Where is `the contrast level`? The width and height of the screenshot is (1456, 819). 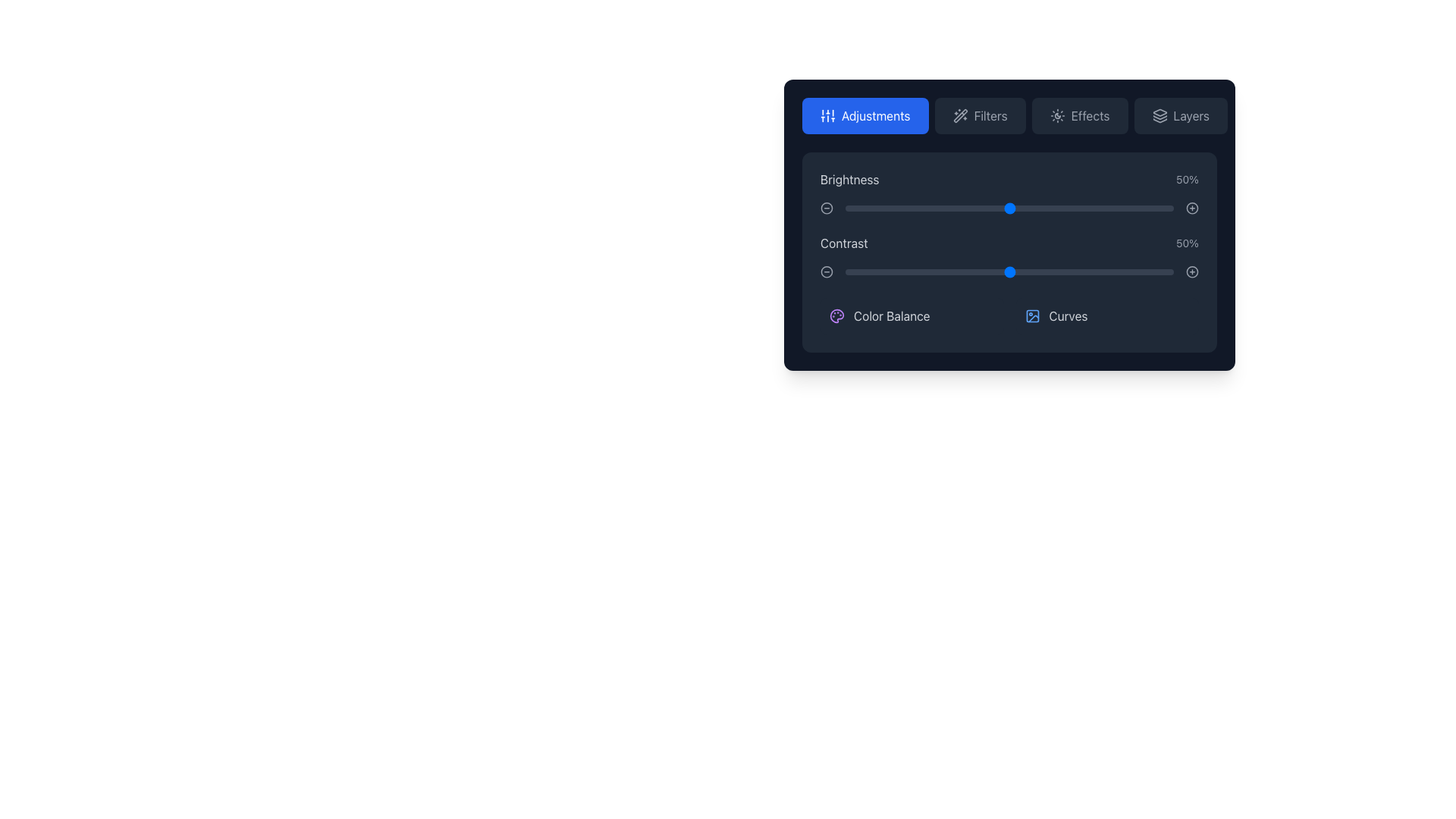 the contrast level is located at coordinates (1163, 271).